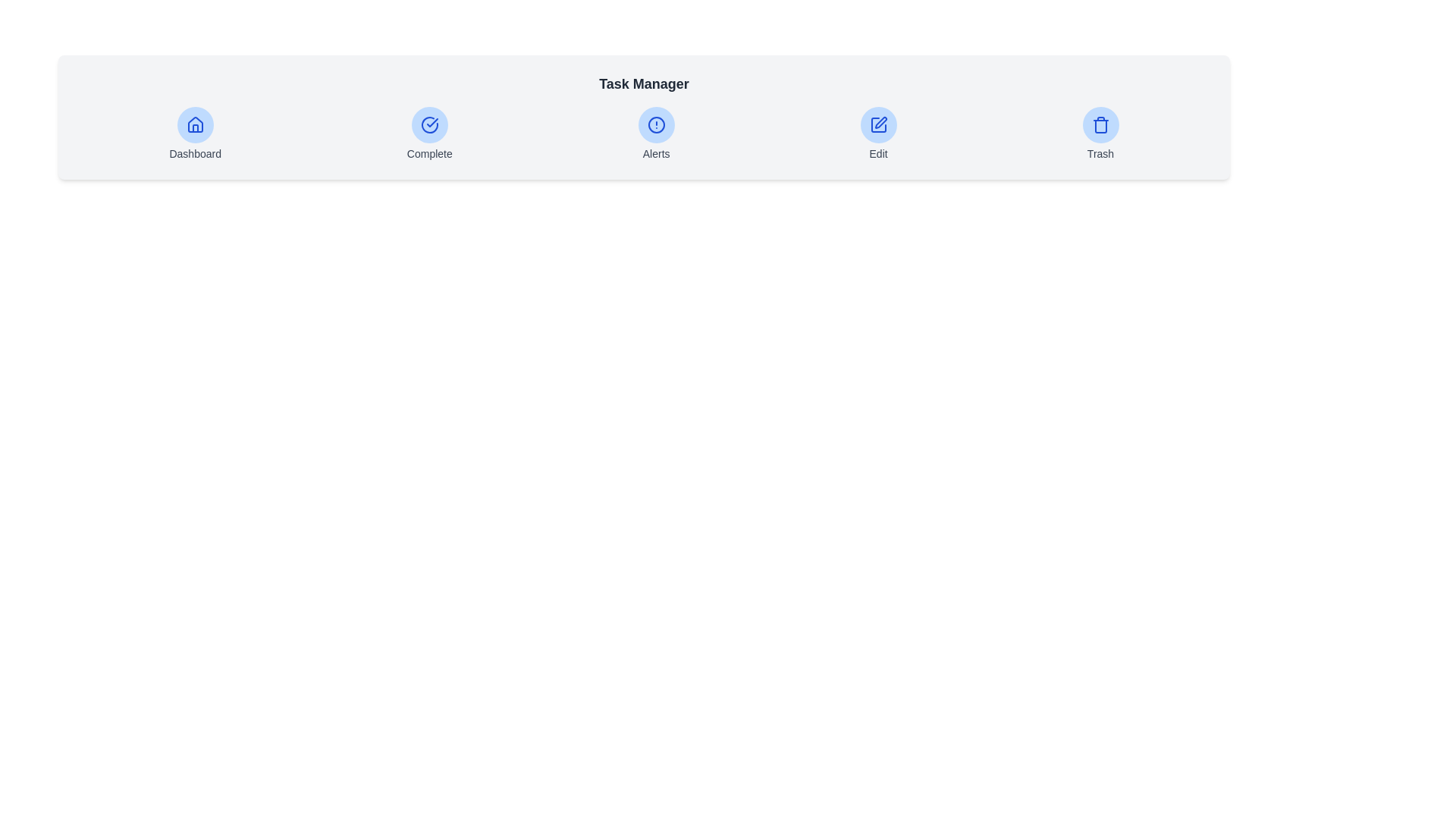 Image resolution: width=1456 pixels, height=819 pixels. Describe the element at coordinates (1100, 133) in the screenshot. I see `the fifth icon button in the horizontally aligned menu bar to the right of the 'Edit' element` at that location.